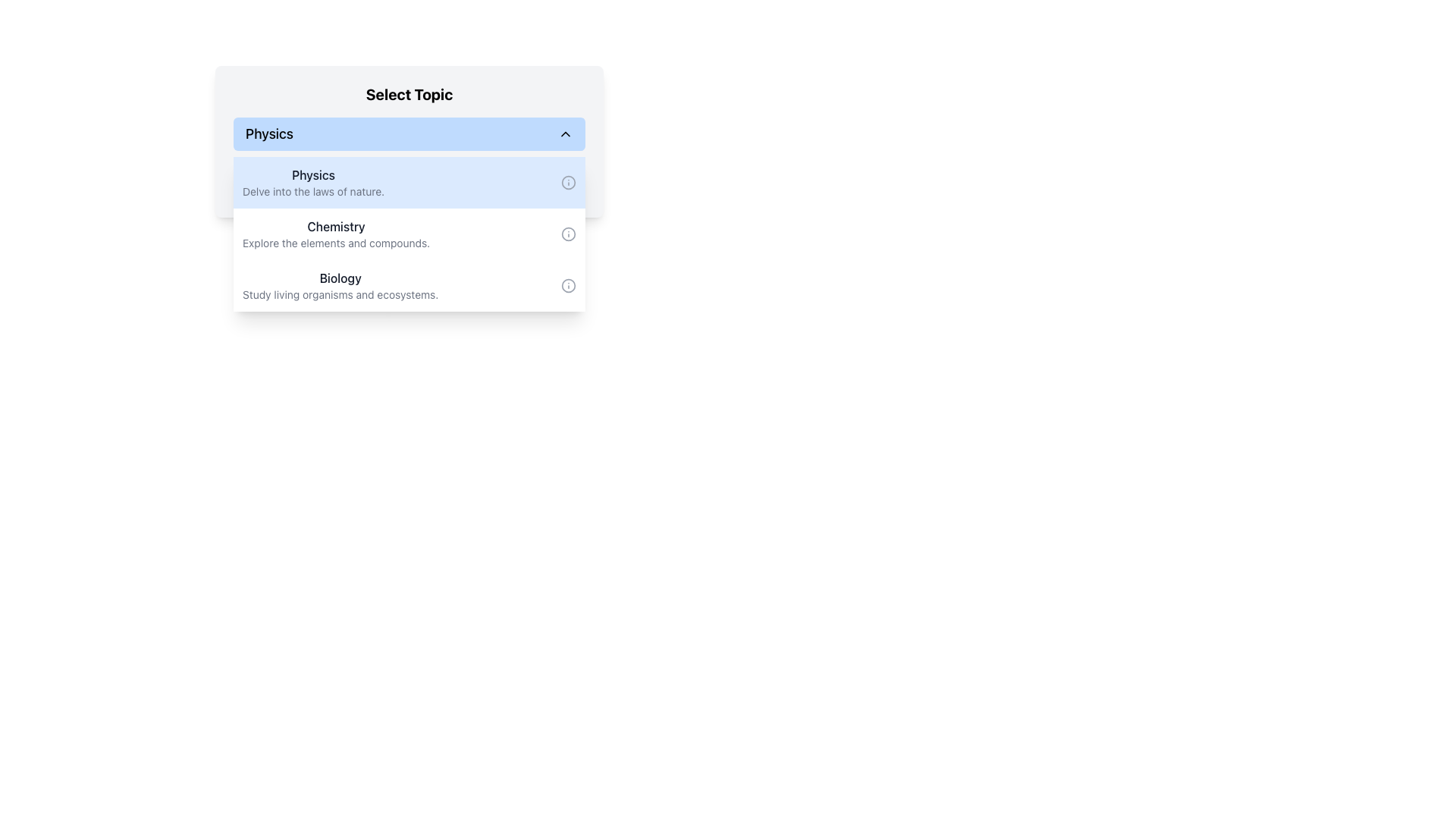 This screenshot has height=819, width=1456. I want to click on the informational badge labeled 'Selected: Physics', which is a rectangular button-like component with a light green background and rounded corners, located beneath the 'Physics' list item, so click(409, 180).